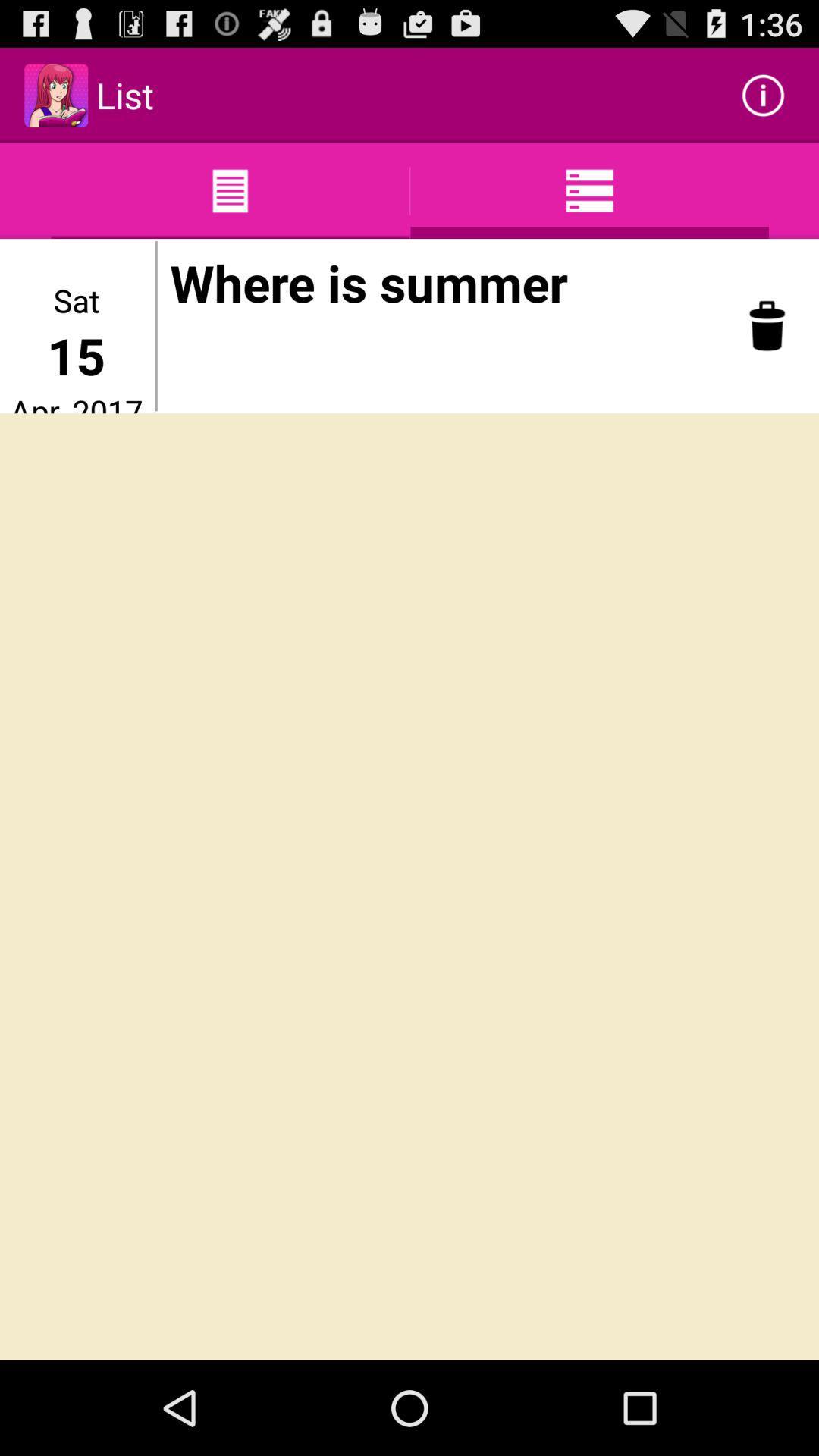 This screenshot has width=819, height=1456. Describe the element at coordinates (767, 325) in the screenshot. I see `the app next to where is summer icon` at that location.